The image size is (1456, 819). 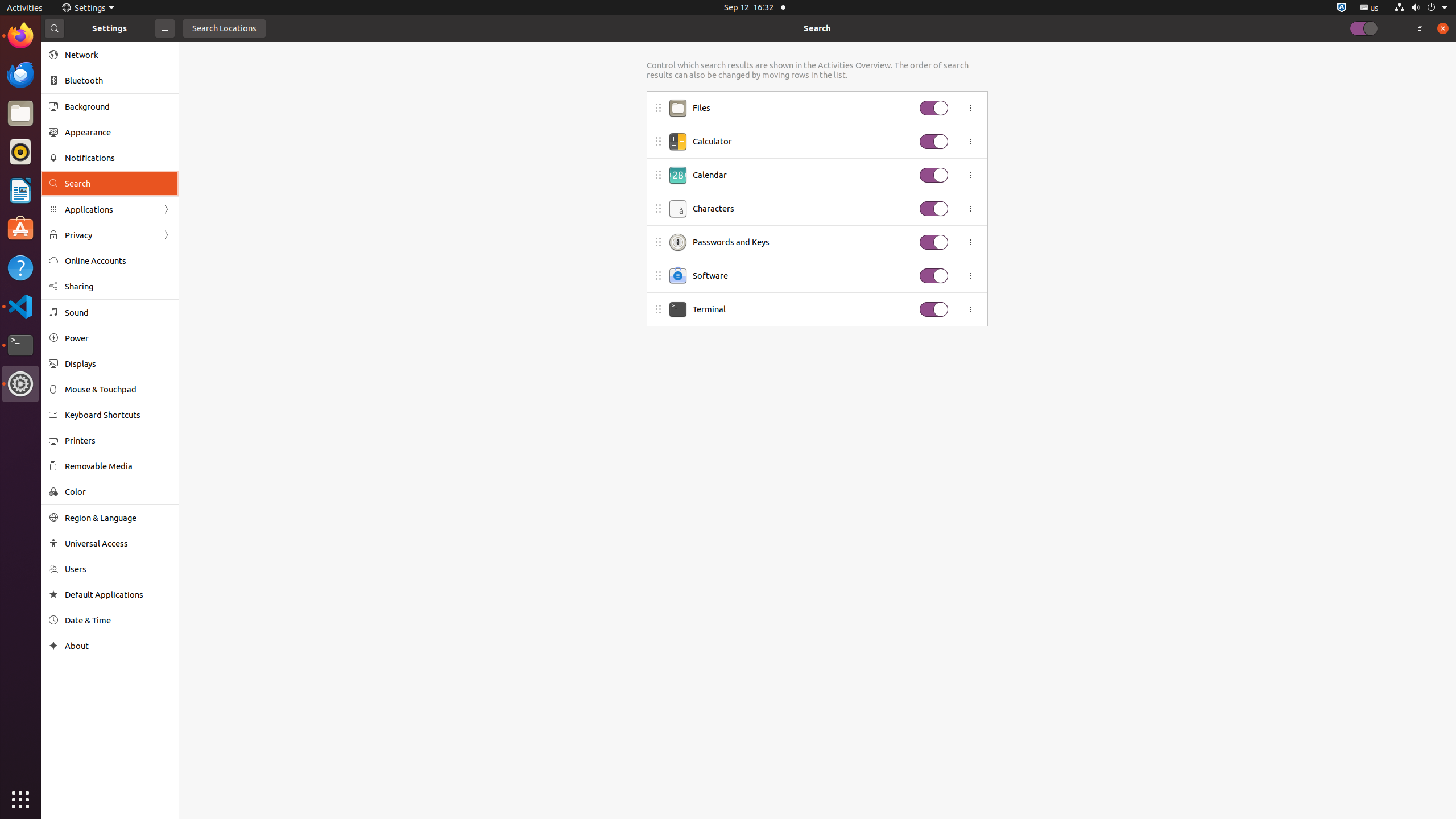 I want to click on 'Control which search results are shown in the Activities Overview. The order of search results can also be changed by moving rows in the list.', so click(x=816, y=69).